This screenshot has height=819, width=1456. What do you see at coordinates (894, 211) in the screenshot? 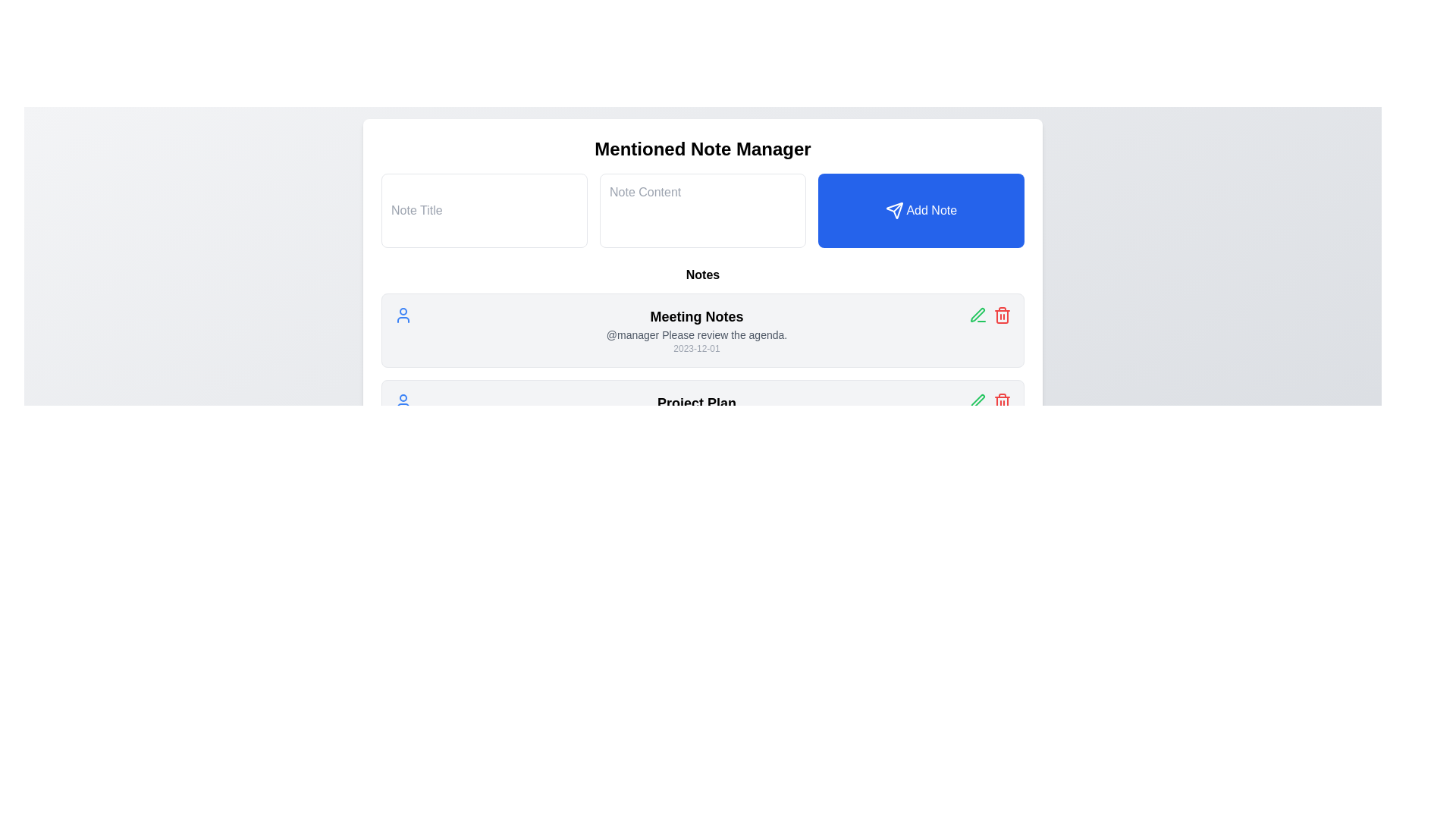
I see `the paper airplane icon located at the top-right corner of the 'Add Note' button, which has a blue background and white text` at bounding box center [894, 211].